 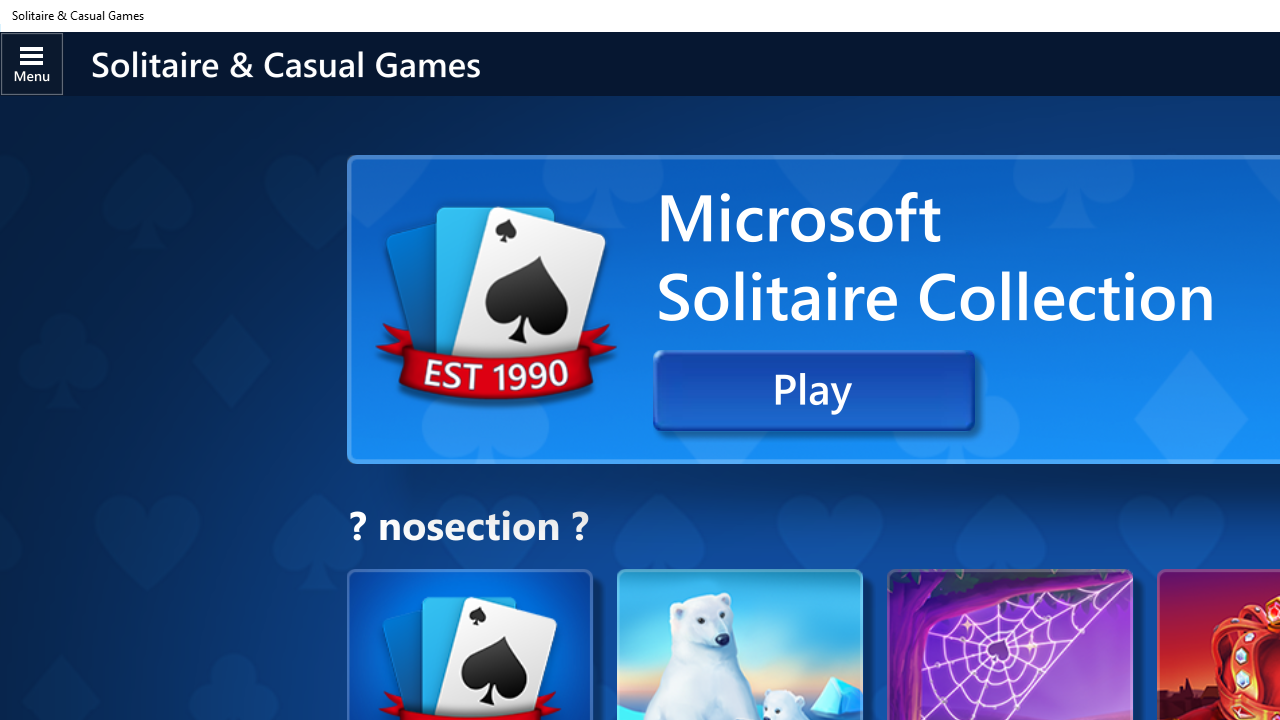 I want to click on 'Play', so click(x=814, y=390).